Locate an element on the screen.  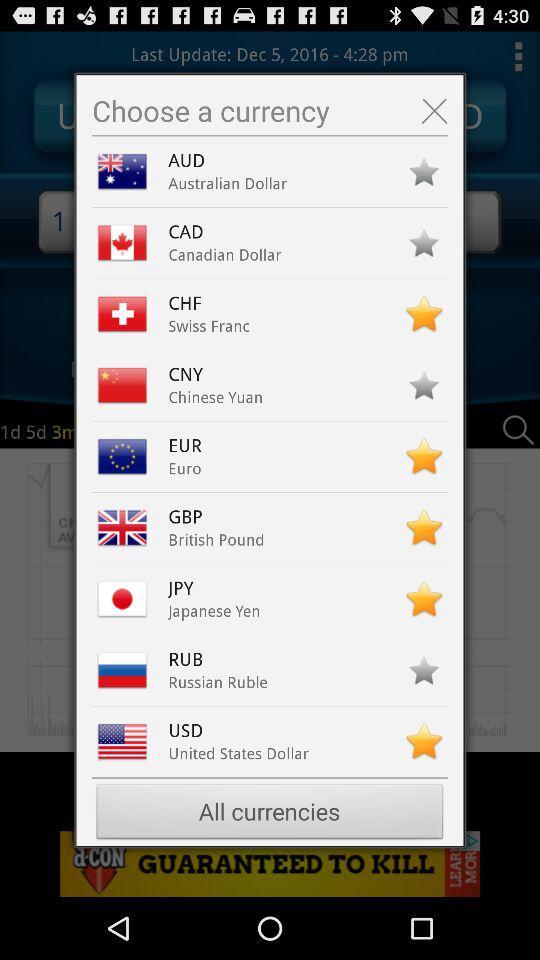
british pound icon is located at coordinates (215, 539).